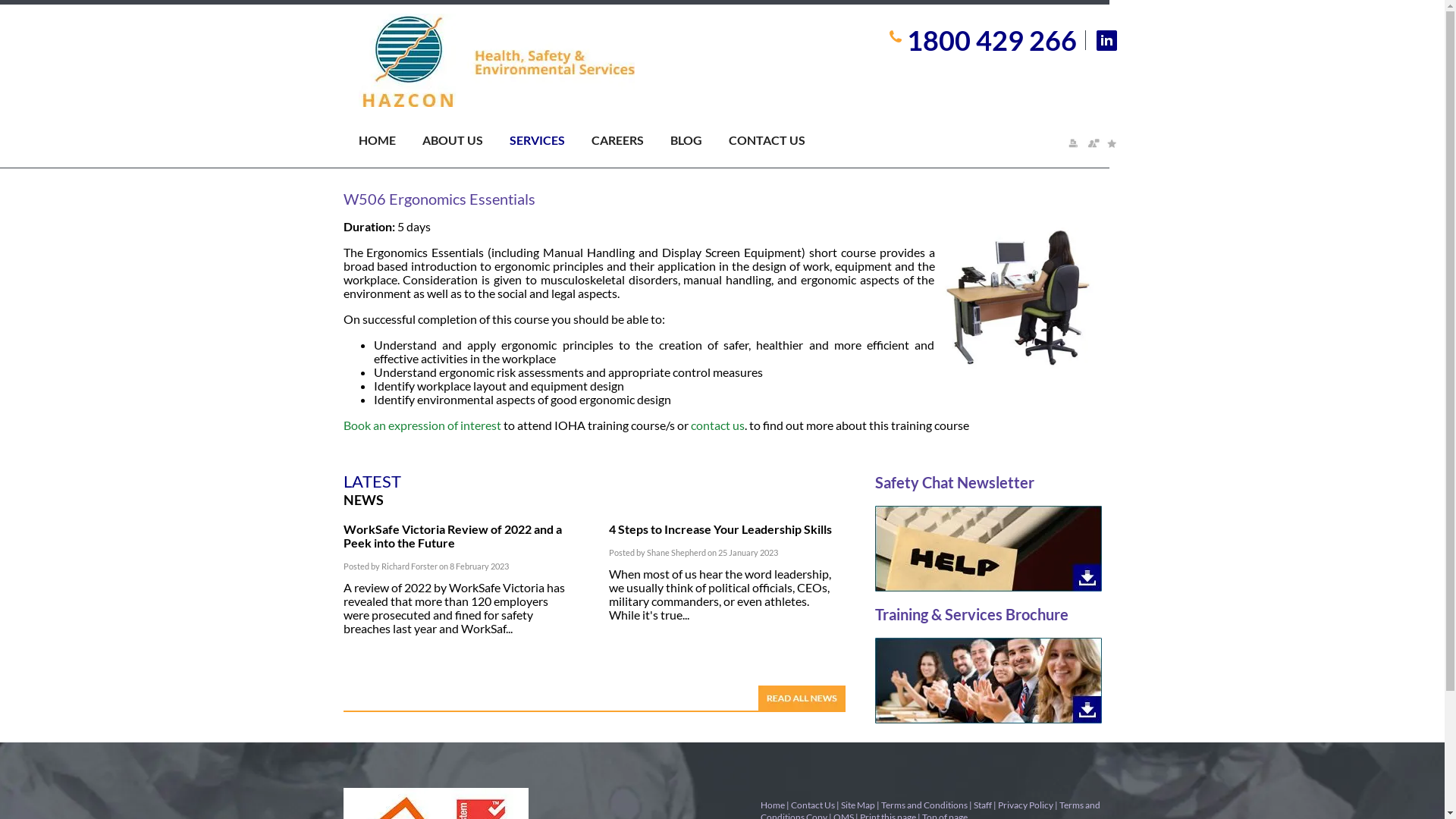 This screenshot has height=819, width=1456. I want to click on 'SERVICES', so click(549, 143).